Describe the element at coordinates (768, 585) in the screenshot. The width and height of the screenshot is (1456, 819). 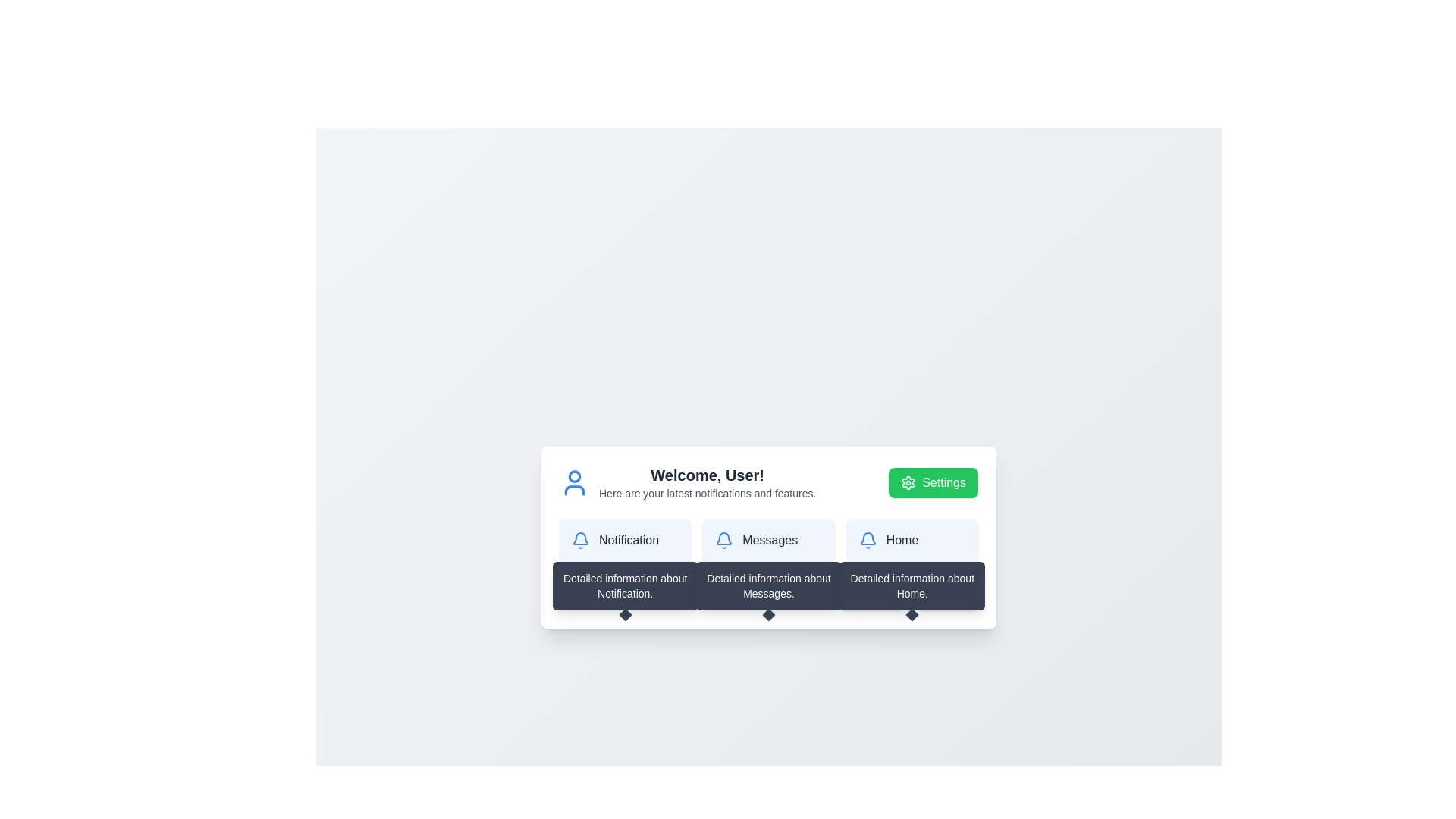
I see `the tooltip that provides additional details about the 'Messages' section, which is centrally aligned below the 'Messages' informational section` at that location.